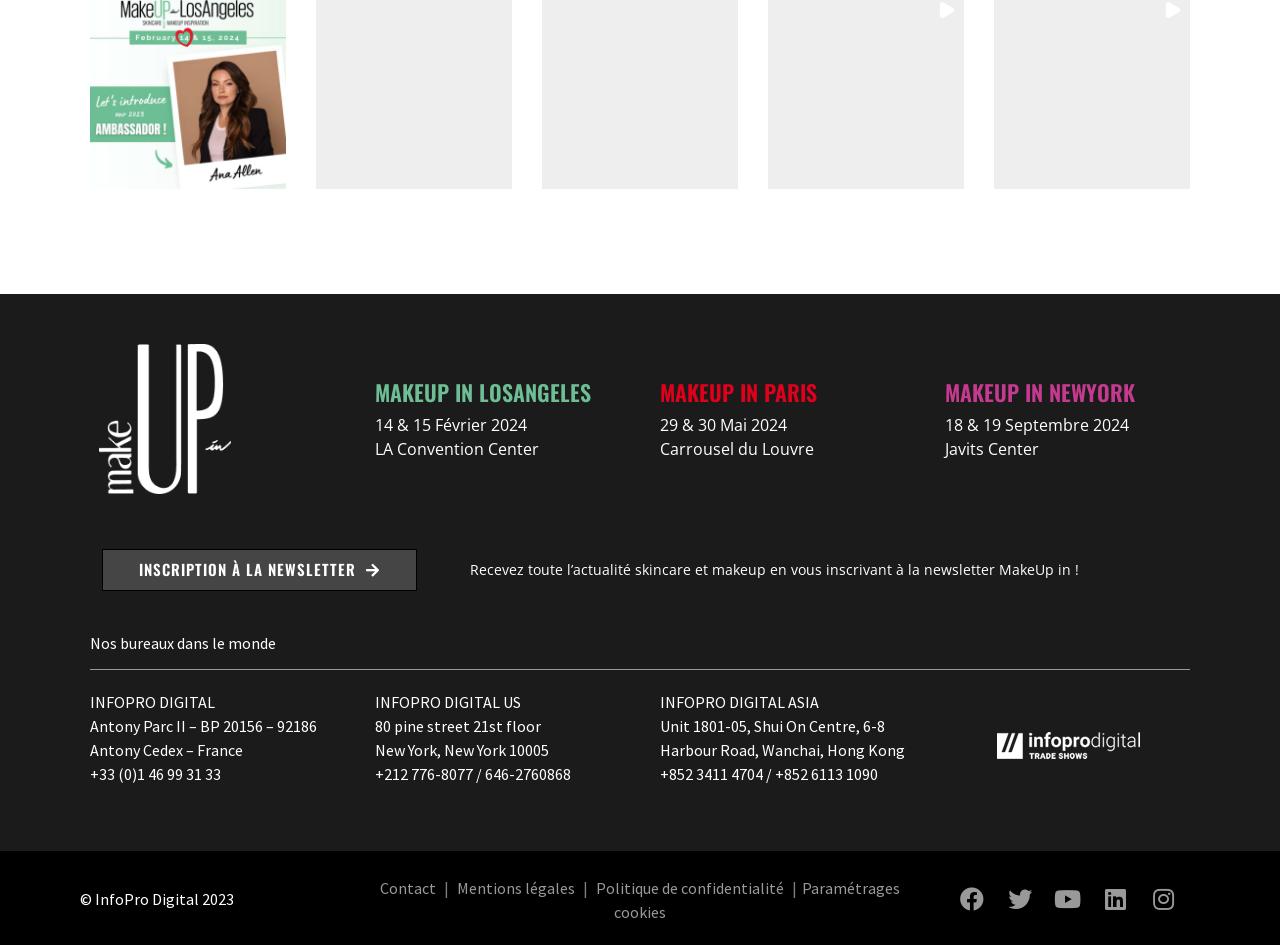  Describe the element at coordinates (737, 390) in the screenshot. I see `'MAKEUP IN PARIS'` at that location.